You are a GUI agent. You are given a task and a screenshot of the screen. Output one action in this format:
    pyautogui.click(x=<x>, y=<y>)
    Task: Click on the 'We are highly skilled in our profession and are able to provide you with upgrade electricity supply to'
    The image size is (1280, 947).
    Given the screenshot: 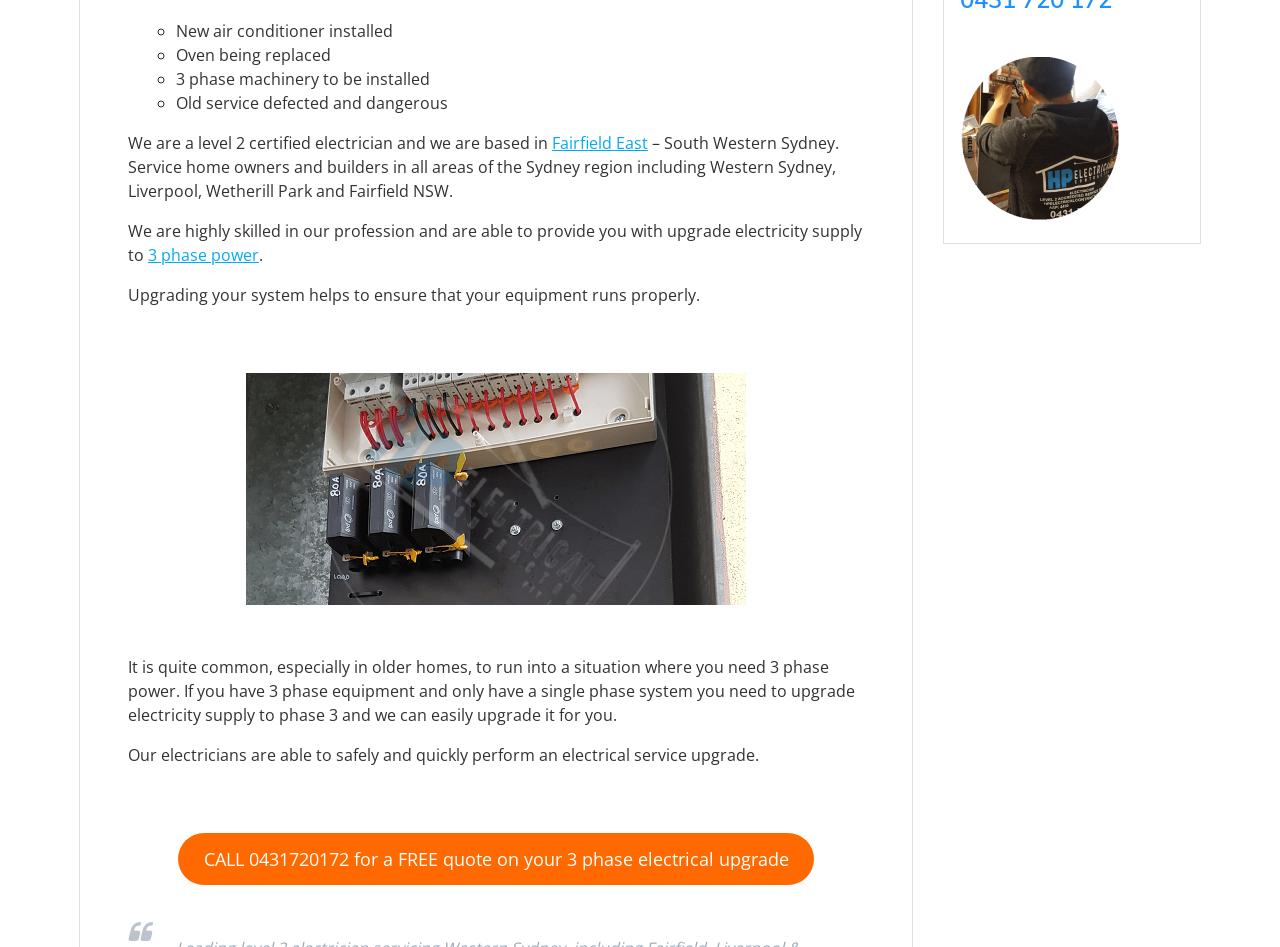 What is the action you would take?
    pyautogui.click(x=494, y=241)
    